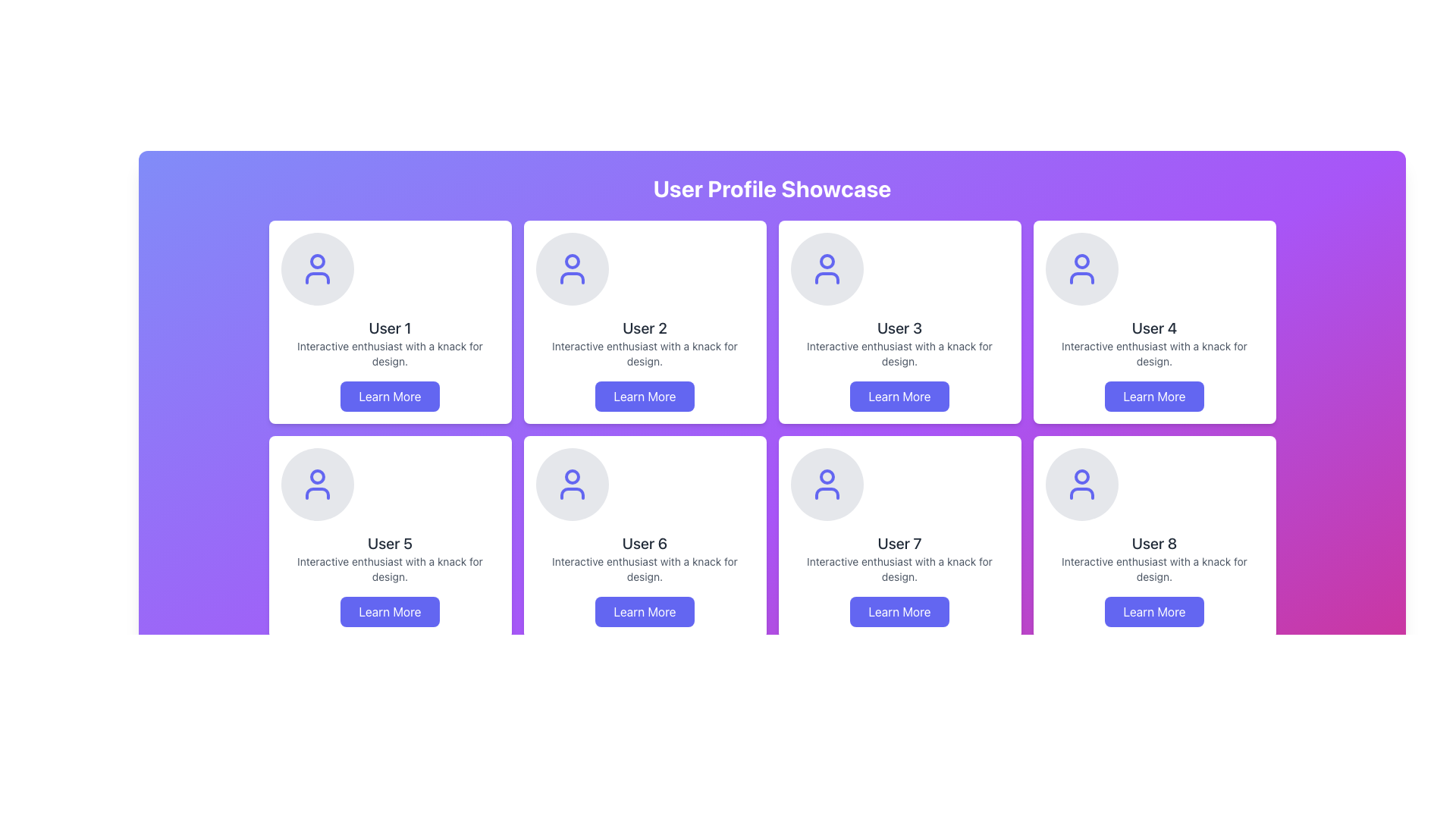  Describe the element at coordinates (571, 268) in the screenshot. I see `the User profile icon for 'User 2', which is positioned in the top-left area of the card, directly above the user's title and description` at that location.